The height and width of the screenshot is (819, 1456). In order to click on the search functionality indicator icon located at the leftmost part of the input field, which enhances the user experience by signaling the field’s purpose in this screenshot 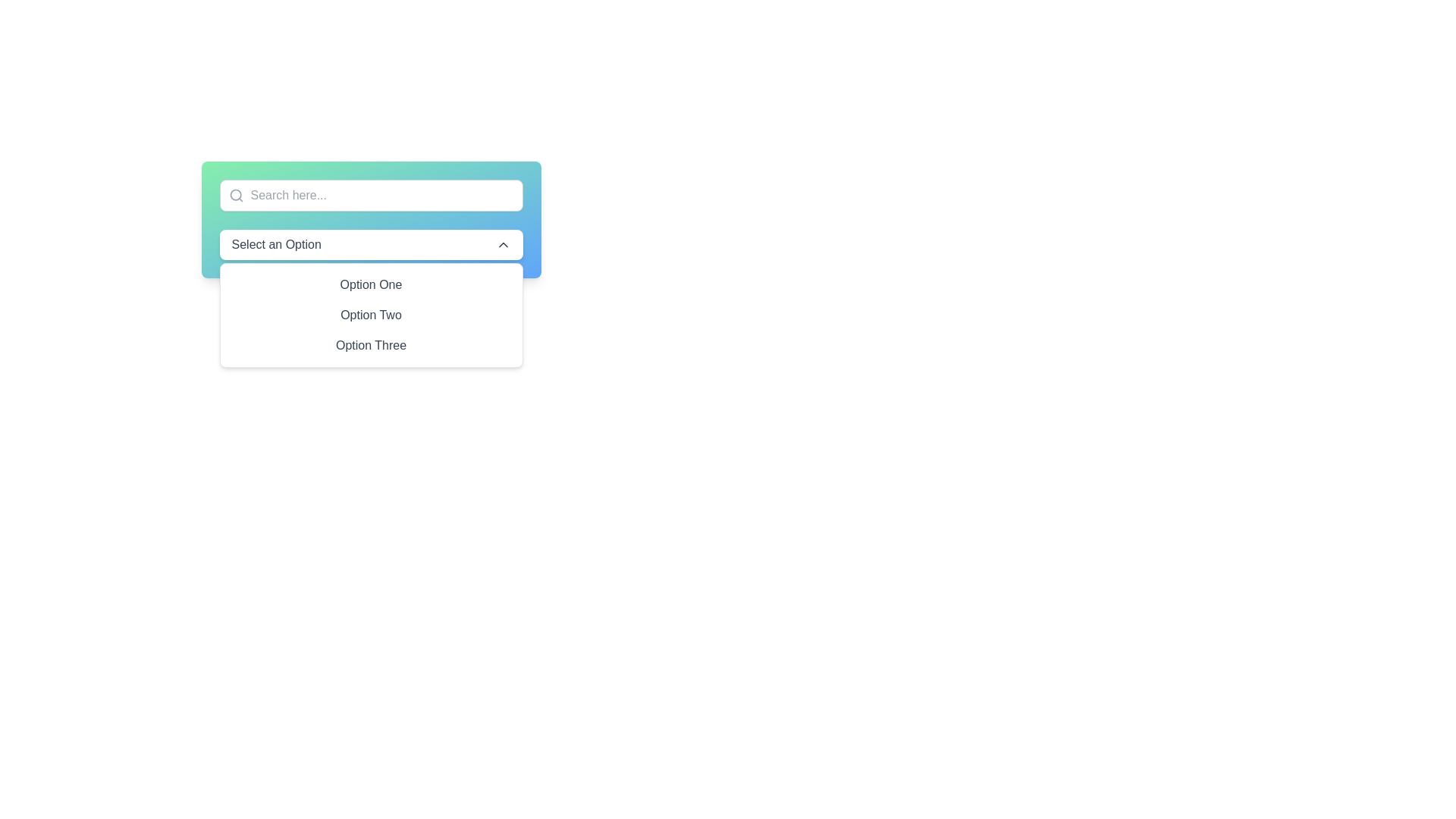, I will do `click(231, 195)`.